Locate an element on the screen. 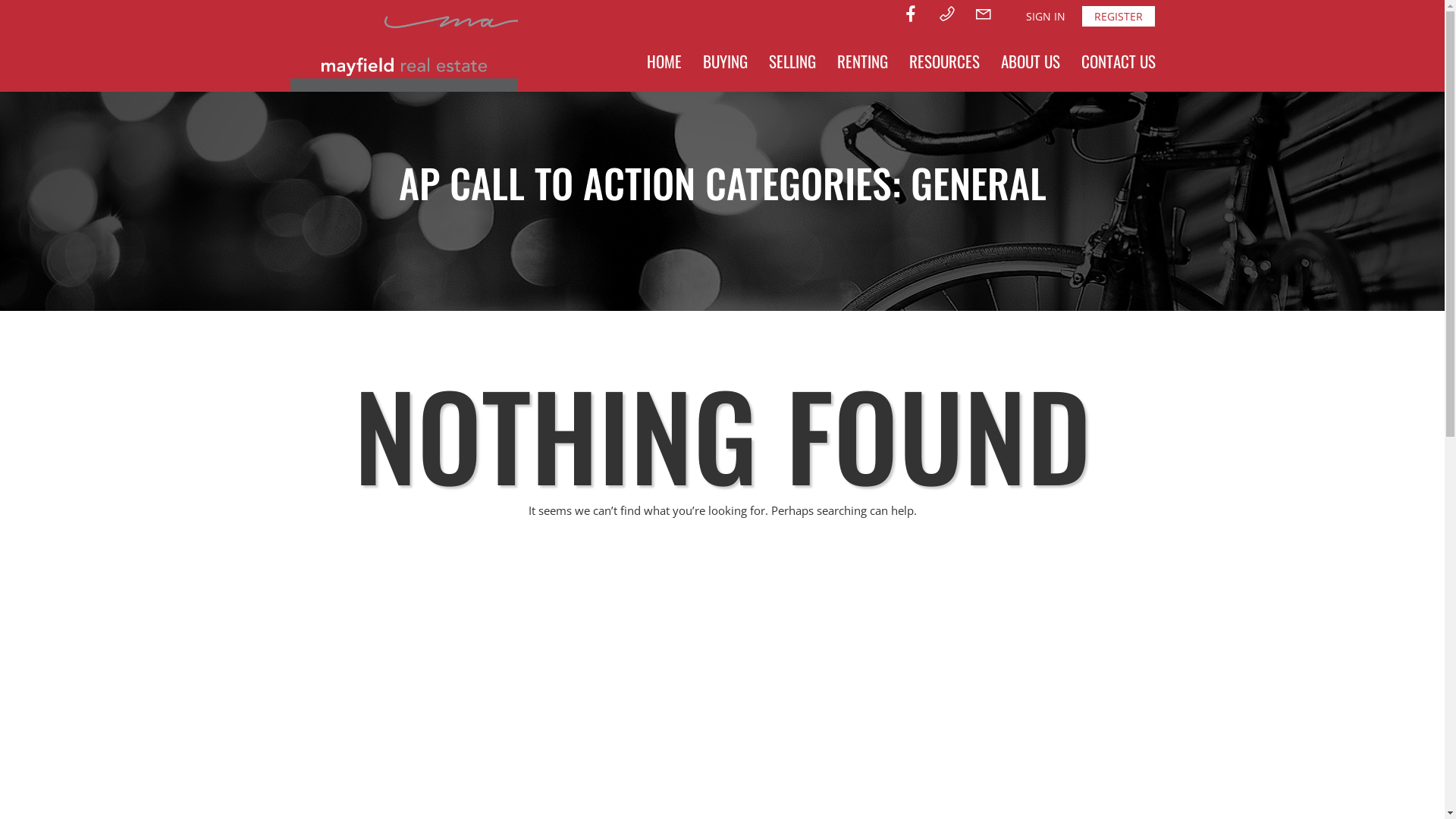 The width and height of the screenshot is (1456, 819). 'REGISTER' is located at coordinates (1117, 16).